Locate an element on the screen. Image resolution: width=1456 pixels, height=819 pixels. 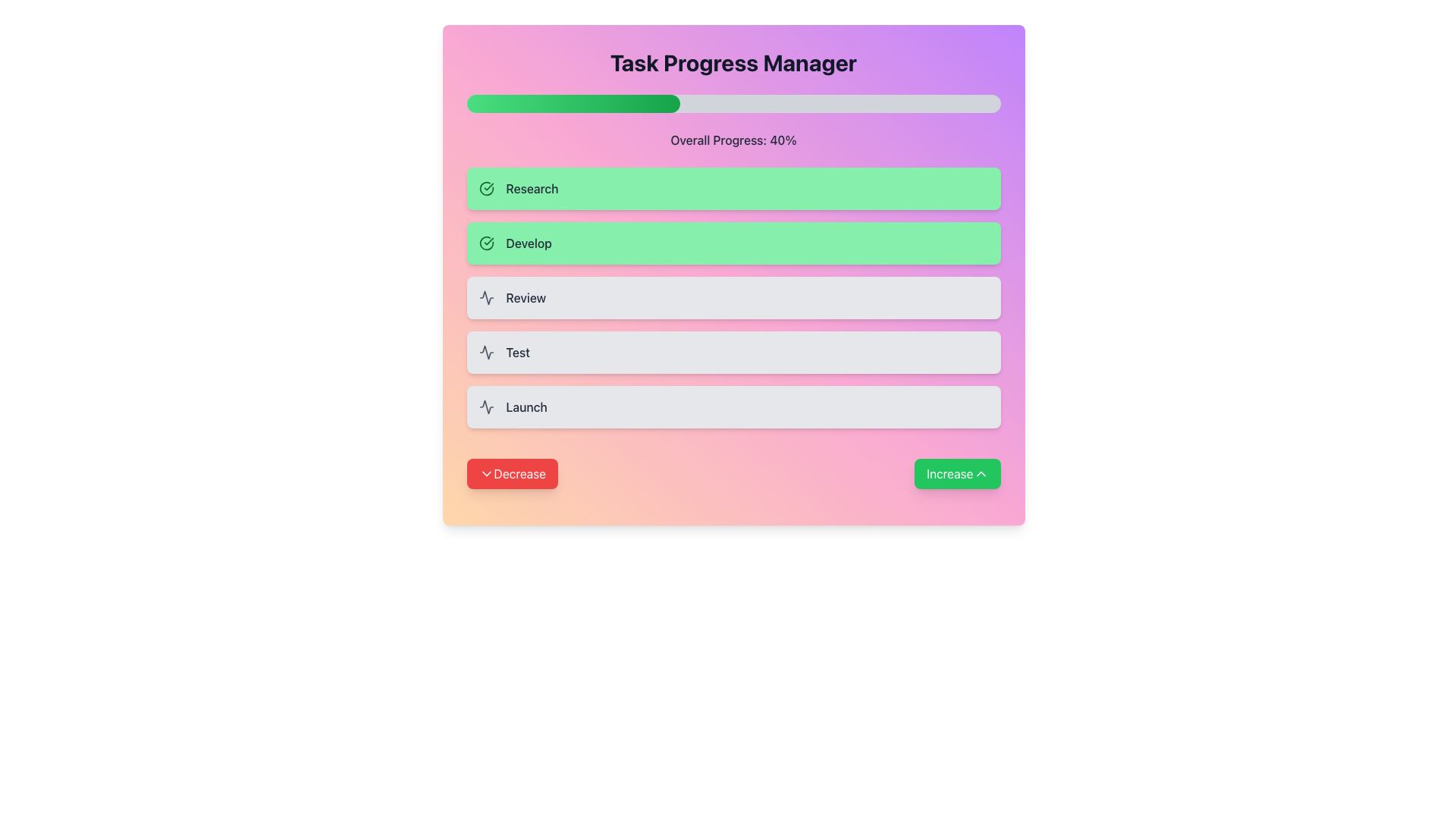
the downward chevron icon with a thin black stroke located inside the 'Decrease' button near the lower-left corner of the application interface is located at coordinates (486, 472).